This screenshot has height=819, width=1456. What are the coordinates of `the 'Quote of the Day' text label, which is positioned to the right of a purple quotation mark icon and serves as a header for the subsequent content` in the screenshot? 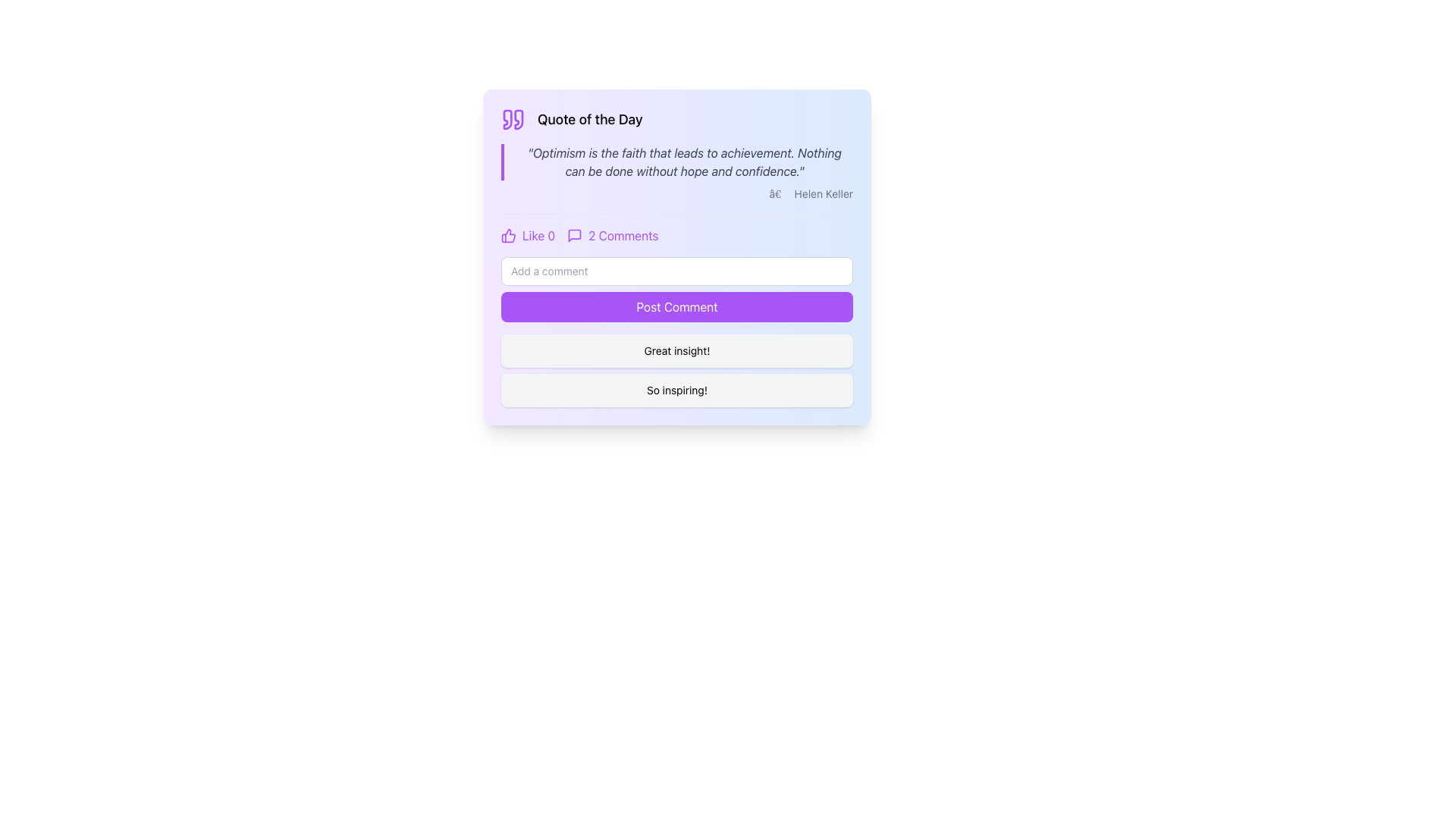 It's located at (589, 119).